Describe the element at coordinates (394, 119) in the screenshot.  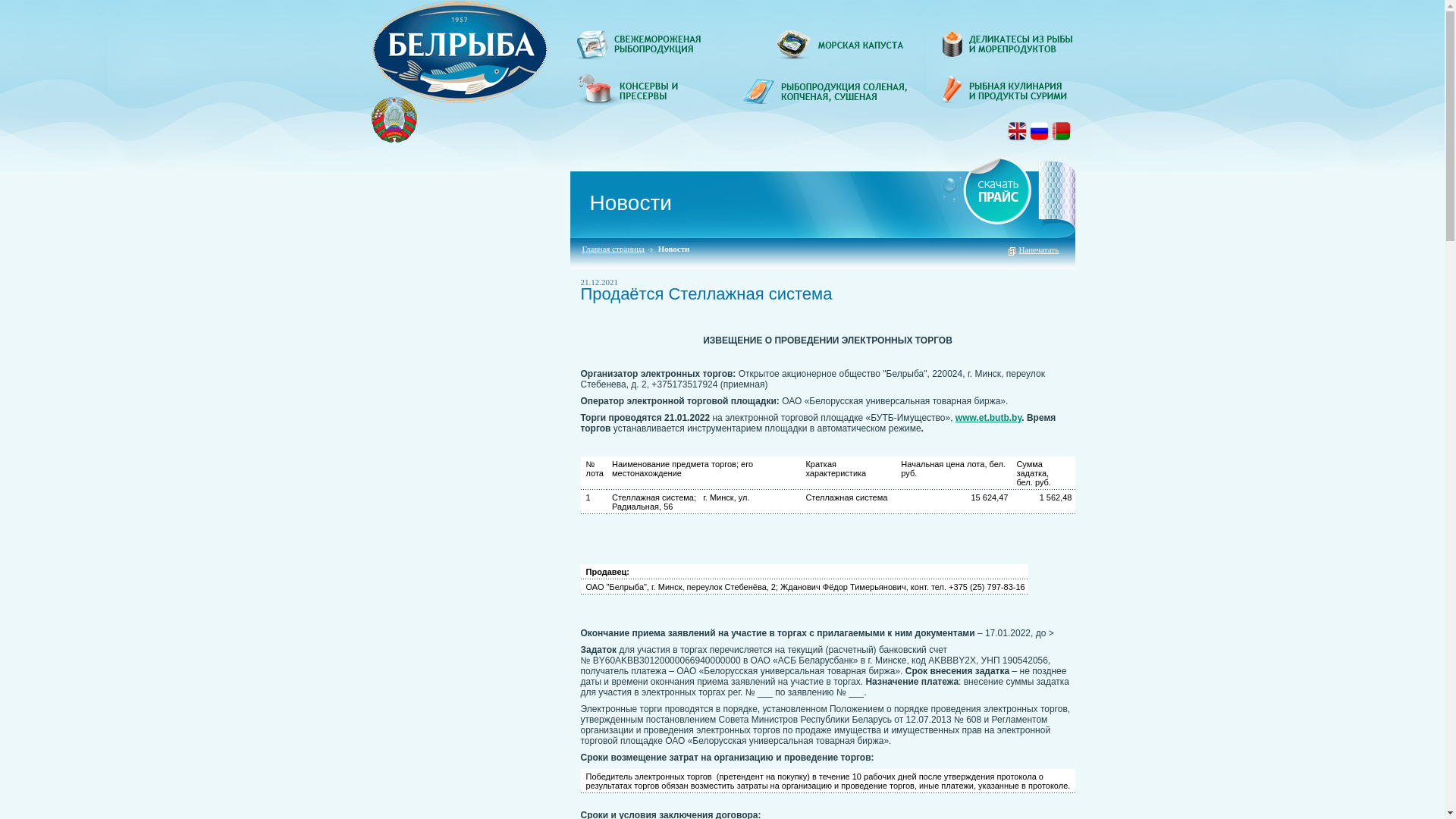
I see `'gerb'` at that location.